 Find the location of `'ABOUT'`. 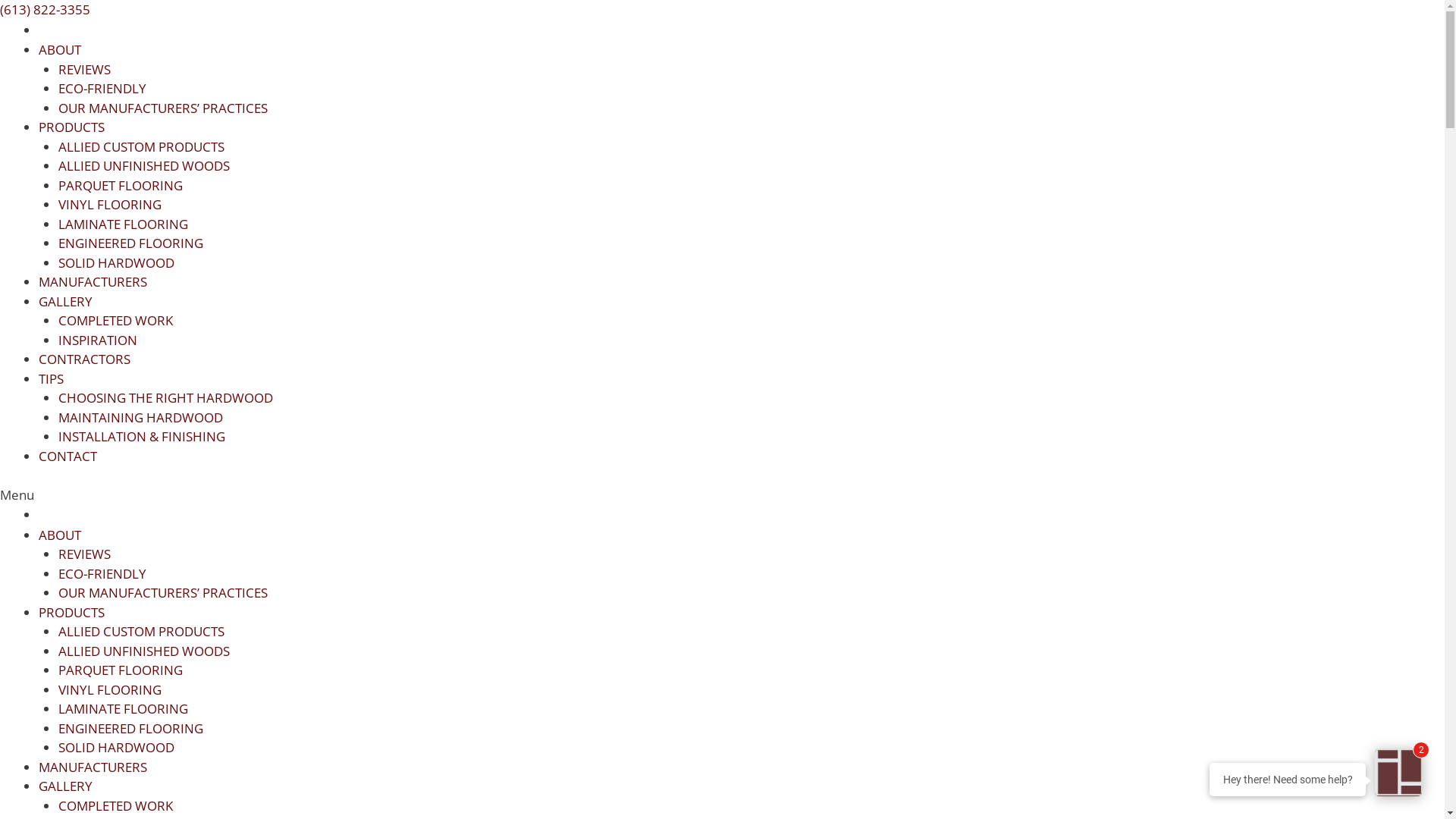

'ABOUT' is located at coordinates (59, 534).